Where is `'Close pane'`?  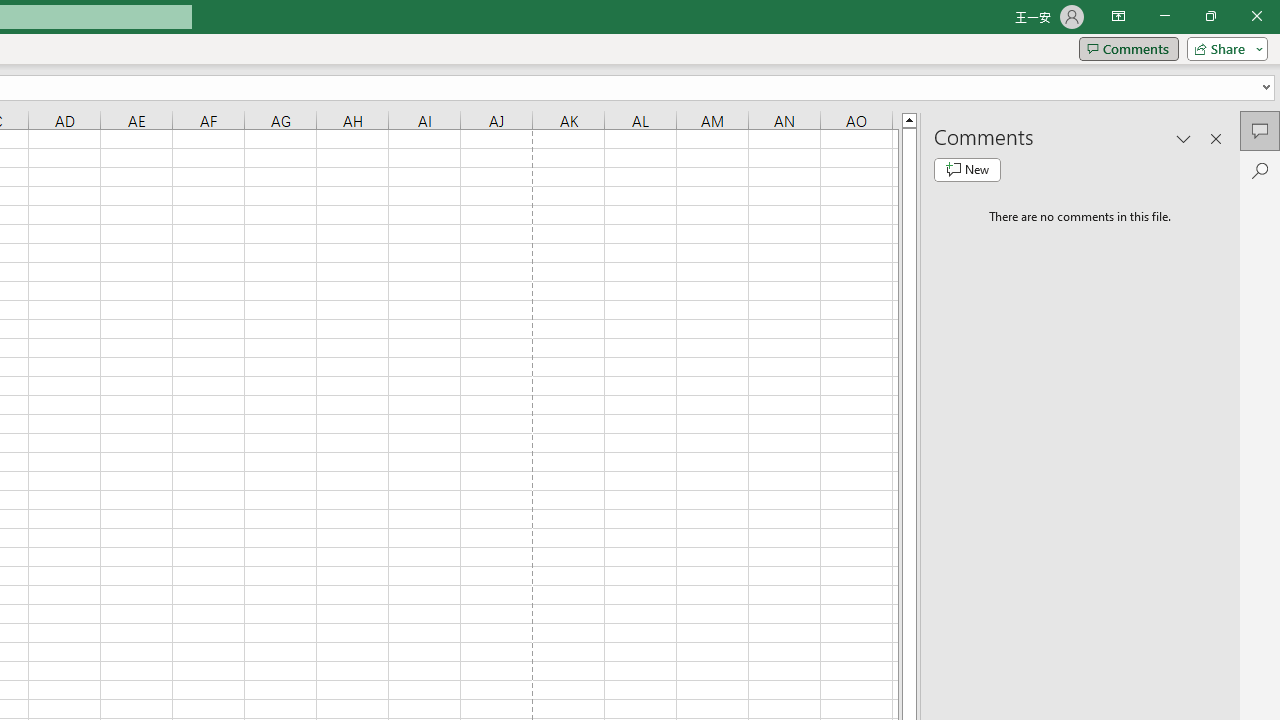 'Close pane' is located at coordinates (1215, 137).